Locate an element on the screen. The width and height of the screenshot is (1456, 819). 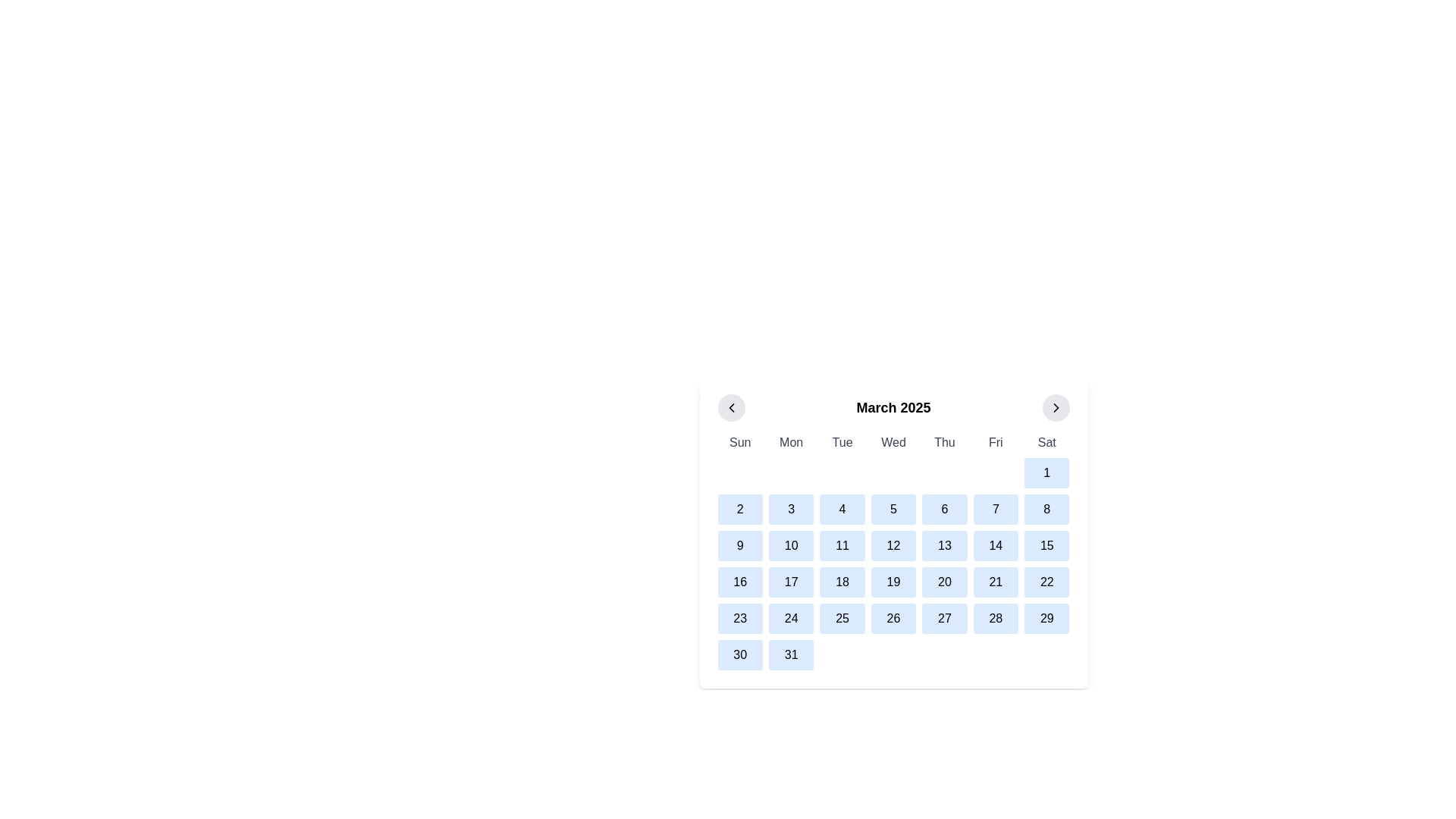
the rounded rectangular button with a light blue background displaying the number '30' in black text, located in the sixth column of the last row of the calendar grid is located at coordinates (740, 654).